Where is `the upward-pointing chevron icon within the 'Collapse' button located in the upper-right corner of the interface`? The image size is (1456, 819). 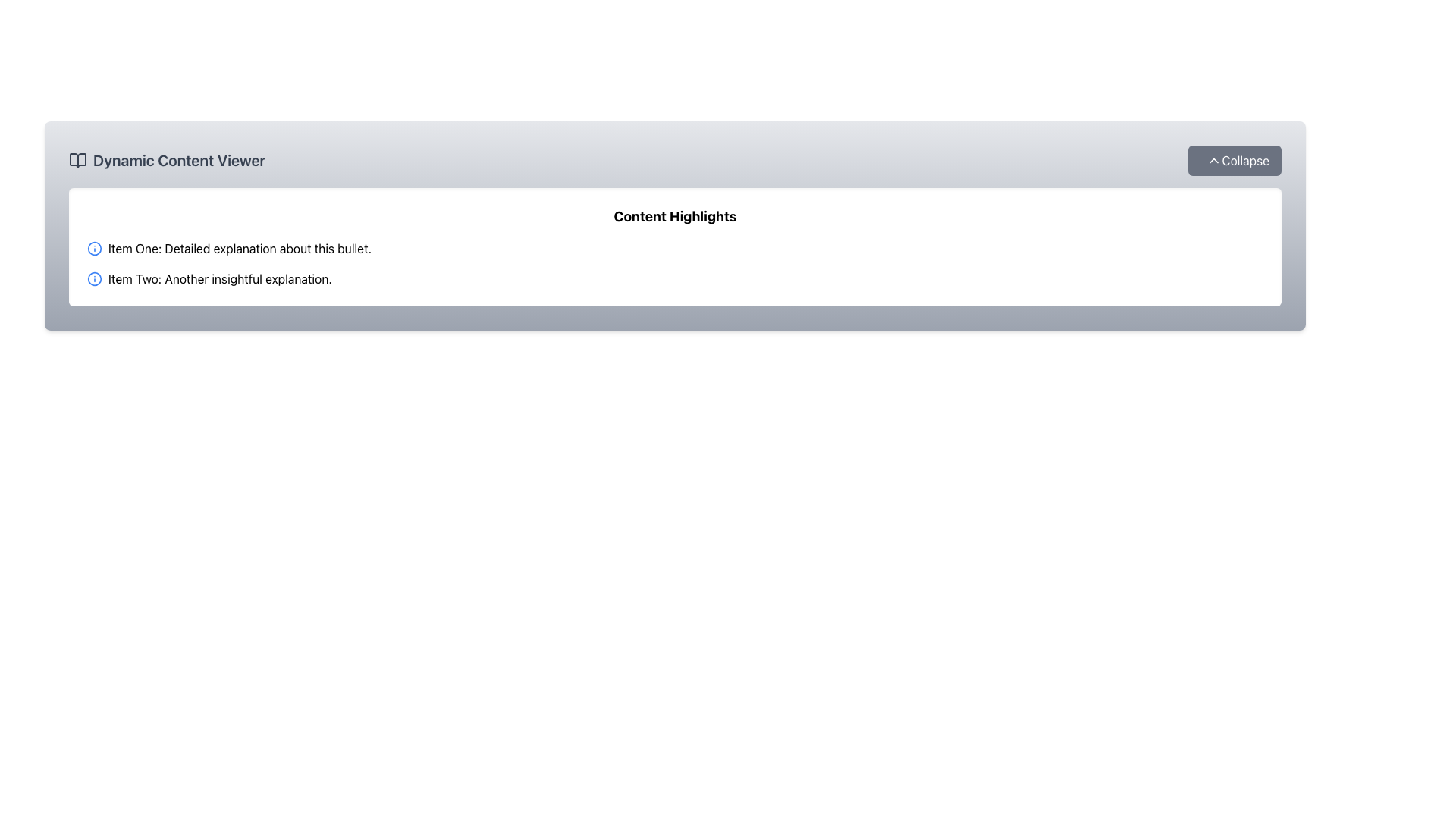
the upward-pointing chevron icon within the 'Collapse' button located in the upper-right corner of the interface is located at coordinates (1214, 161).